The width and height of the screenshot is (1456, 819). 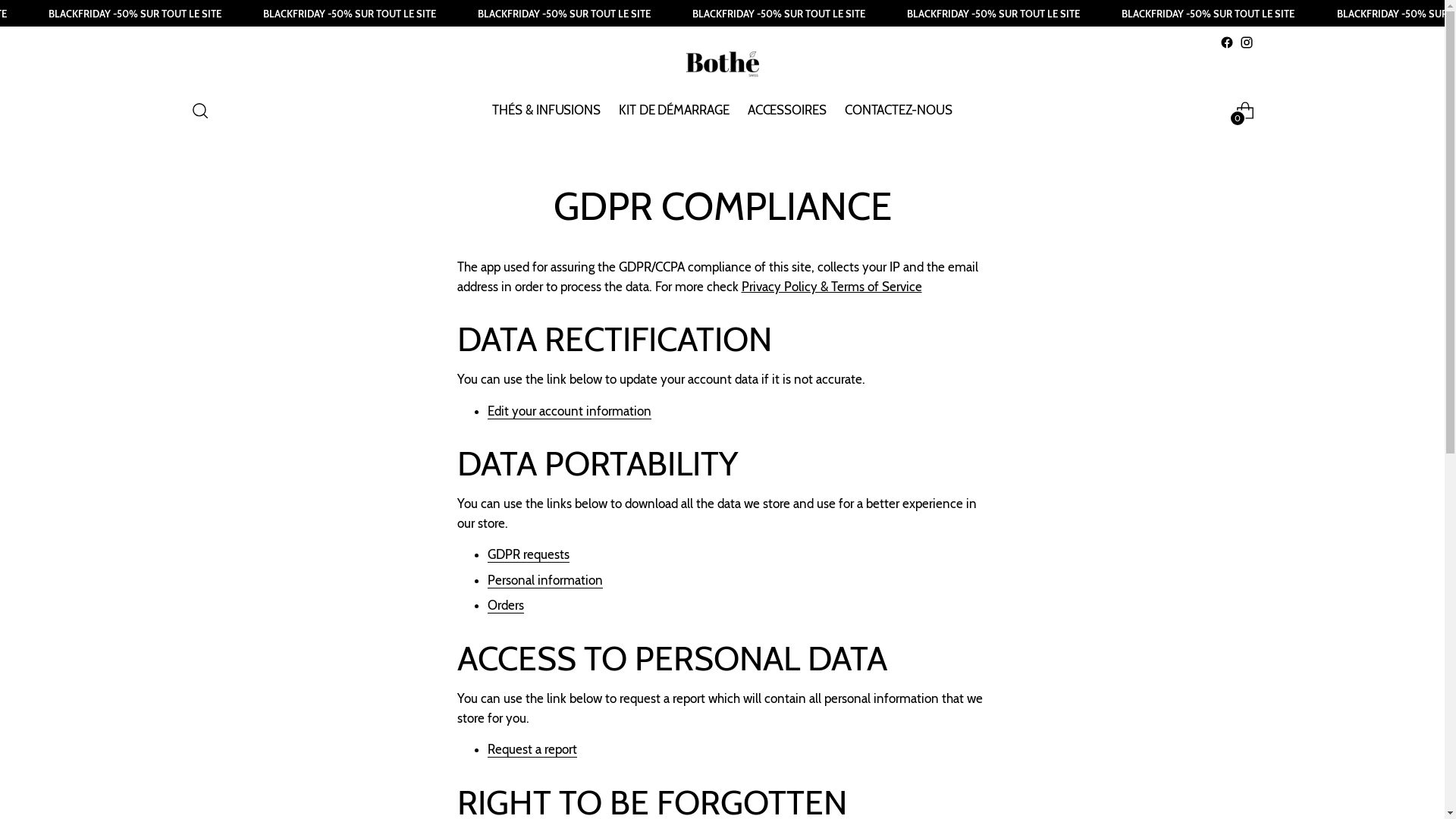 I want to click on 'Personal information', so click(x=544, y=580).